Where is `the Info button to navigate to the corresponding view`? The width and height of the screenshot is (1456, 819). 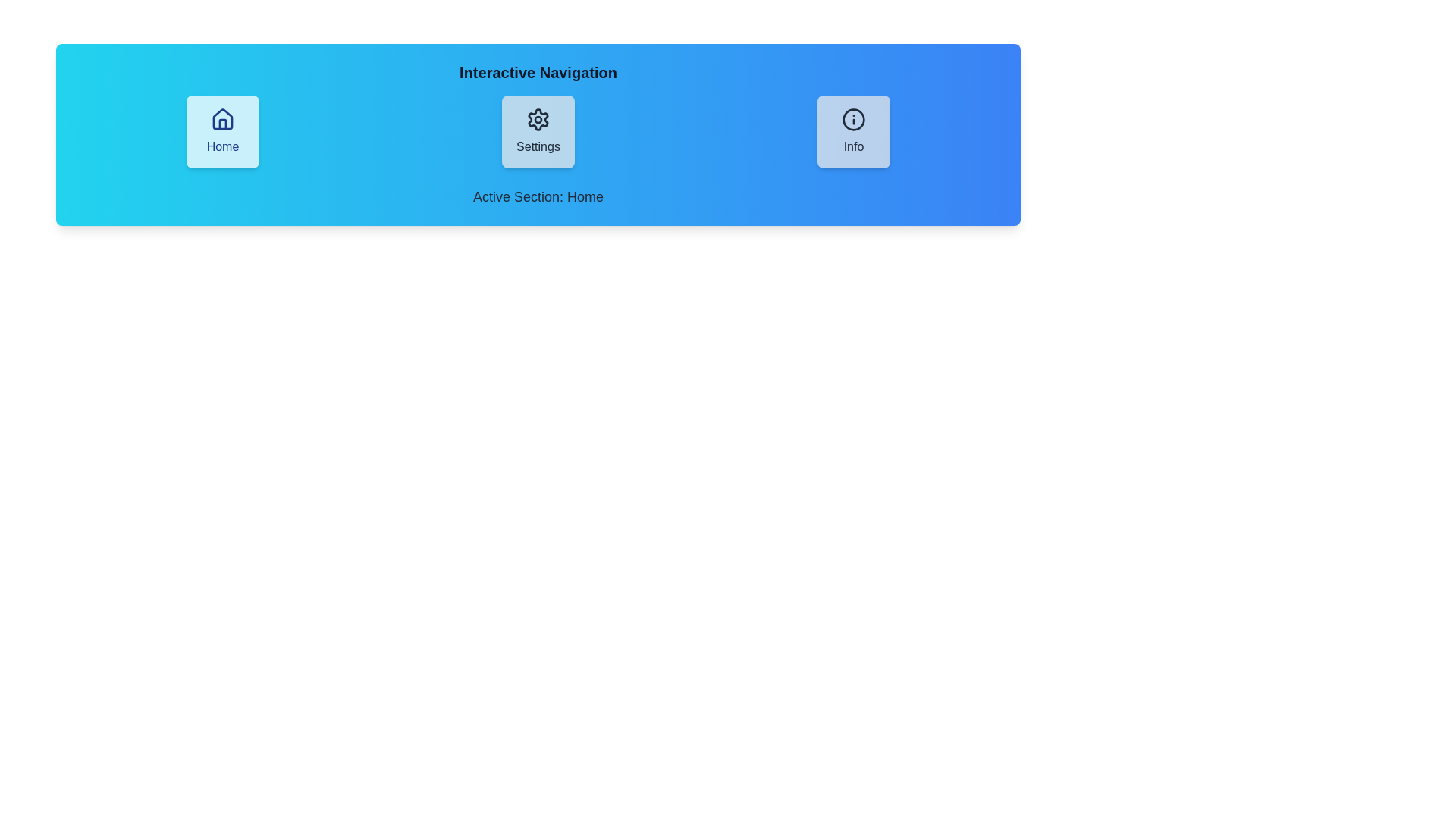 the Info button to navigate to the corresponding view is located at coordinates (854, 130).